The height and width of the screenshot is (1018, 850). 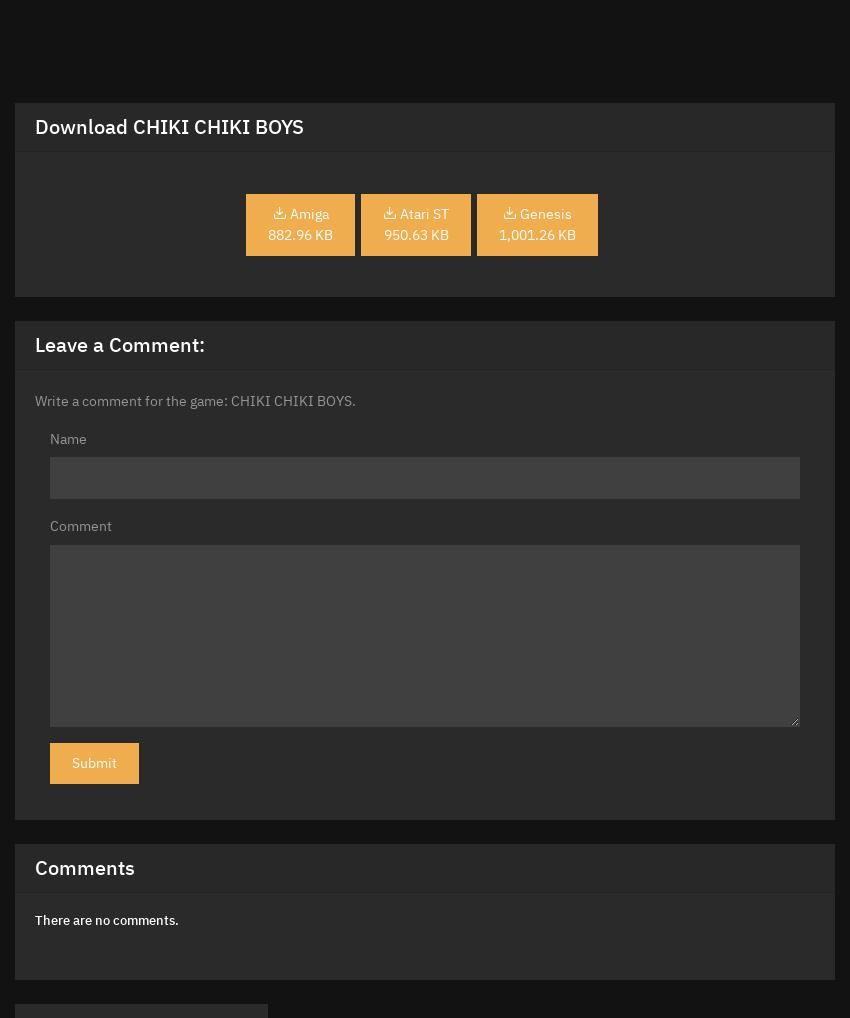 What do you see at coordinates (415, 233) in the screenshot?
I see `'950.63 KB'` at bounding box center [415, 233].